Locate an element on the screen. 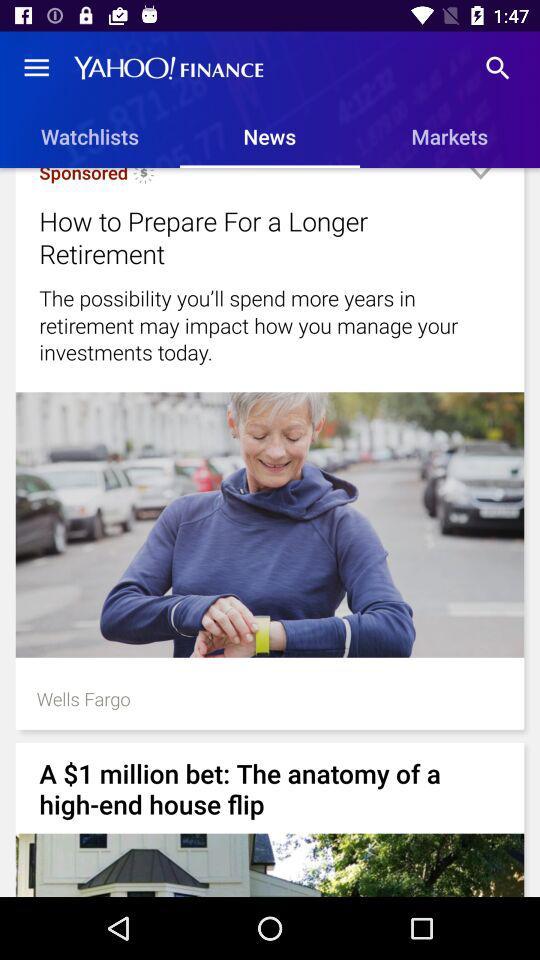 The image size is (540, 960). item above the the possibility you item is located at coordinates (245, 237).